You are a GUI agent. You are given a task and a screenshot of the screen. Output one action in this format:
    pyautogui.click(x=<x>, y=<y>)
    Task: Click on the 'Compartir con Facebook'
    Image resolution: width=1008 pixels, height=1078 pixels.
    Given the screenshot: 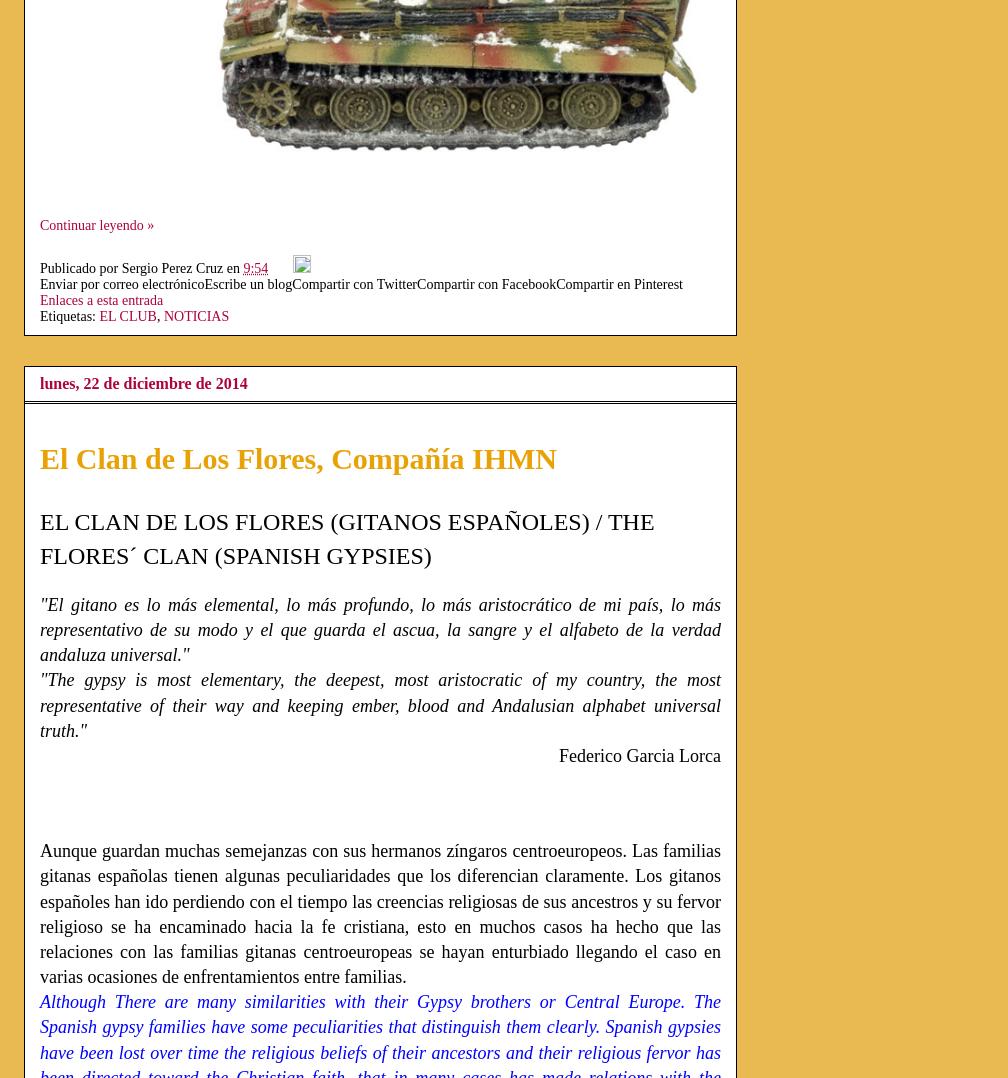 What is the action you would take?
    pyautogui.click(x=486, y=284)
    